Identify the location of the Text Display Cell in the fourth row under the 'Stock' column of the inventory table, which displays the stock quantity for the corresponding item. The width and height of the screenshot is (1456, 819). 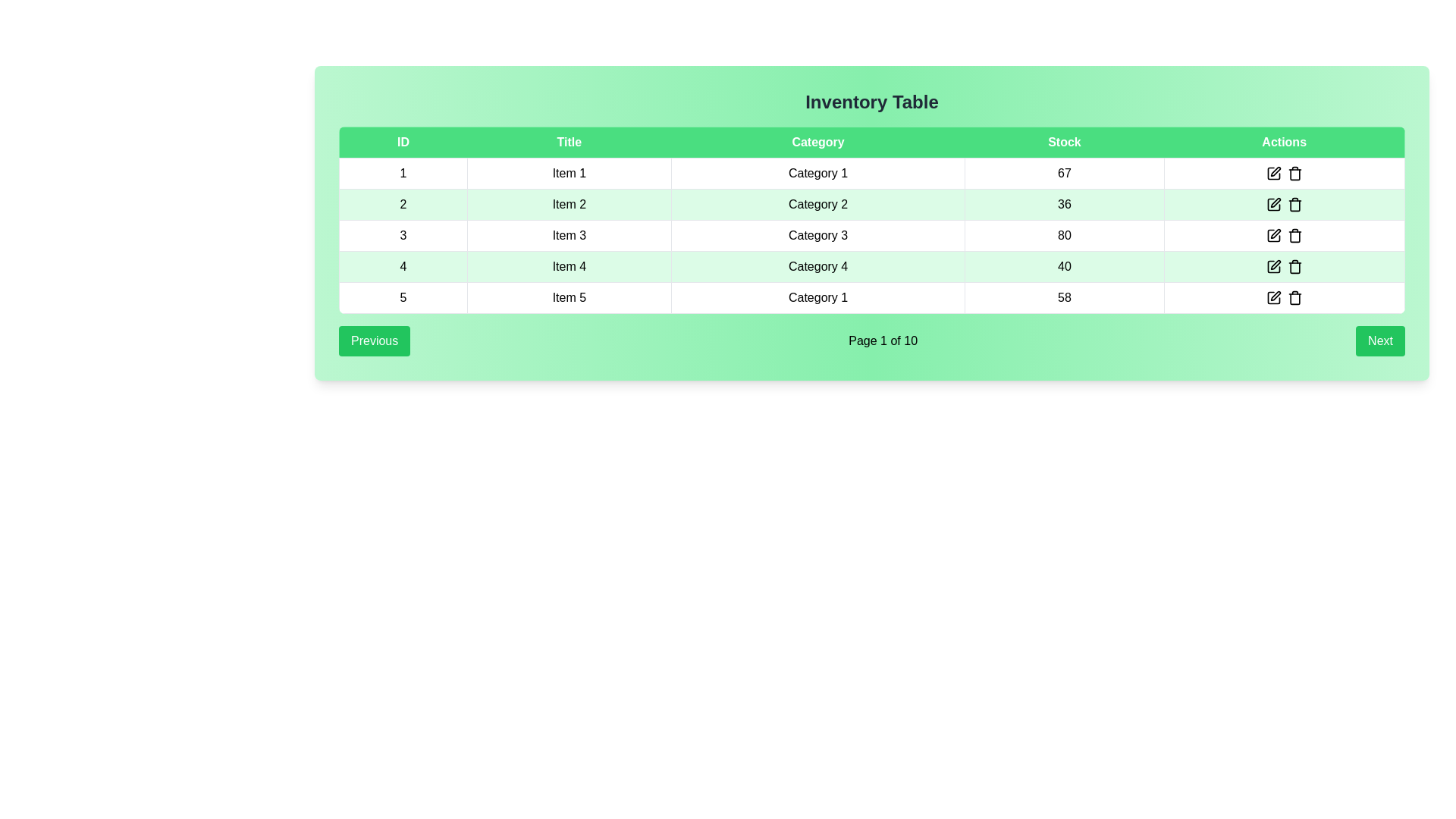
(1063, 265).